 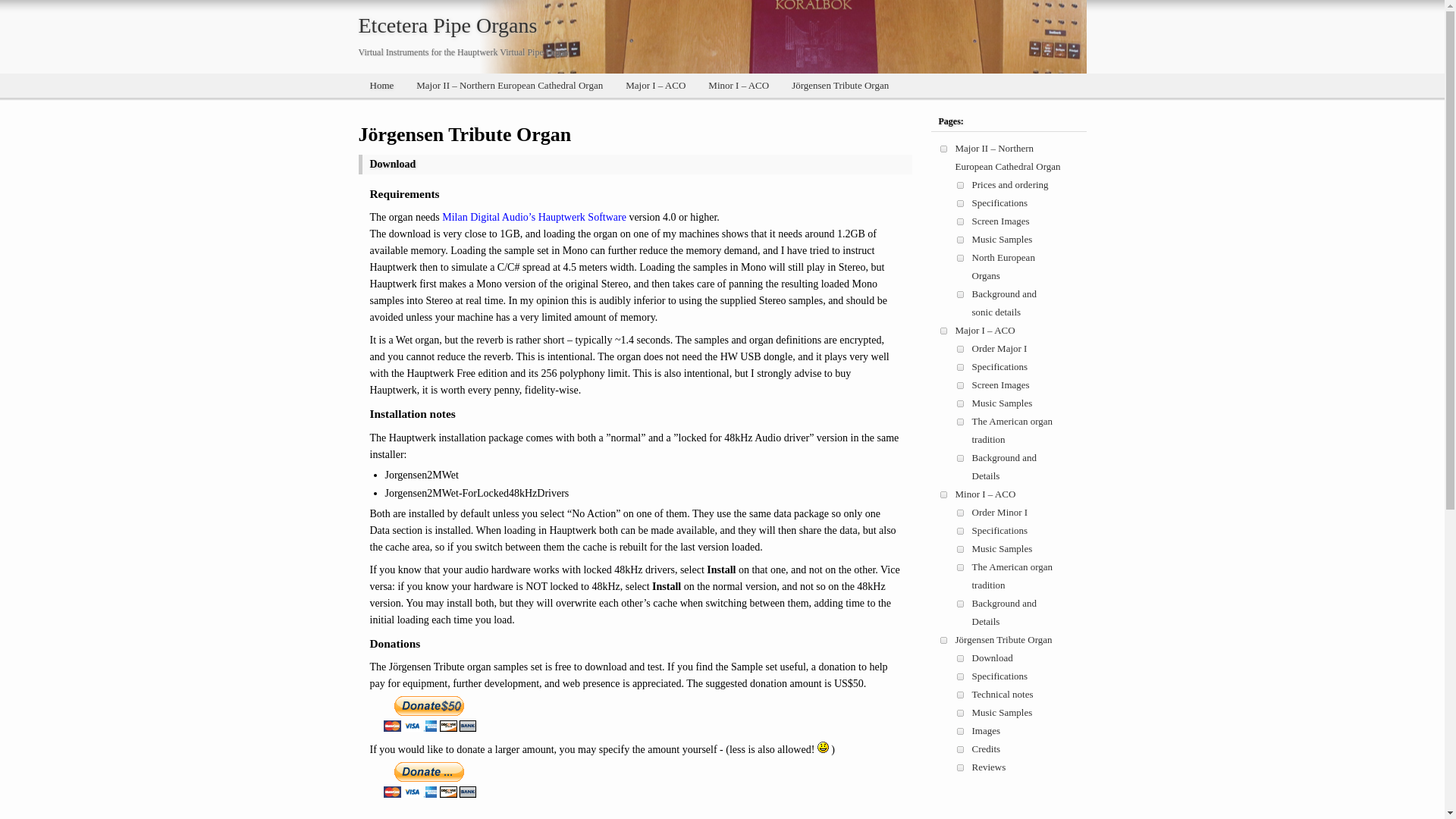 I want to click on 'Credits', so click(x=986, y=748).